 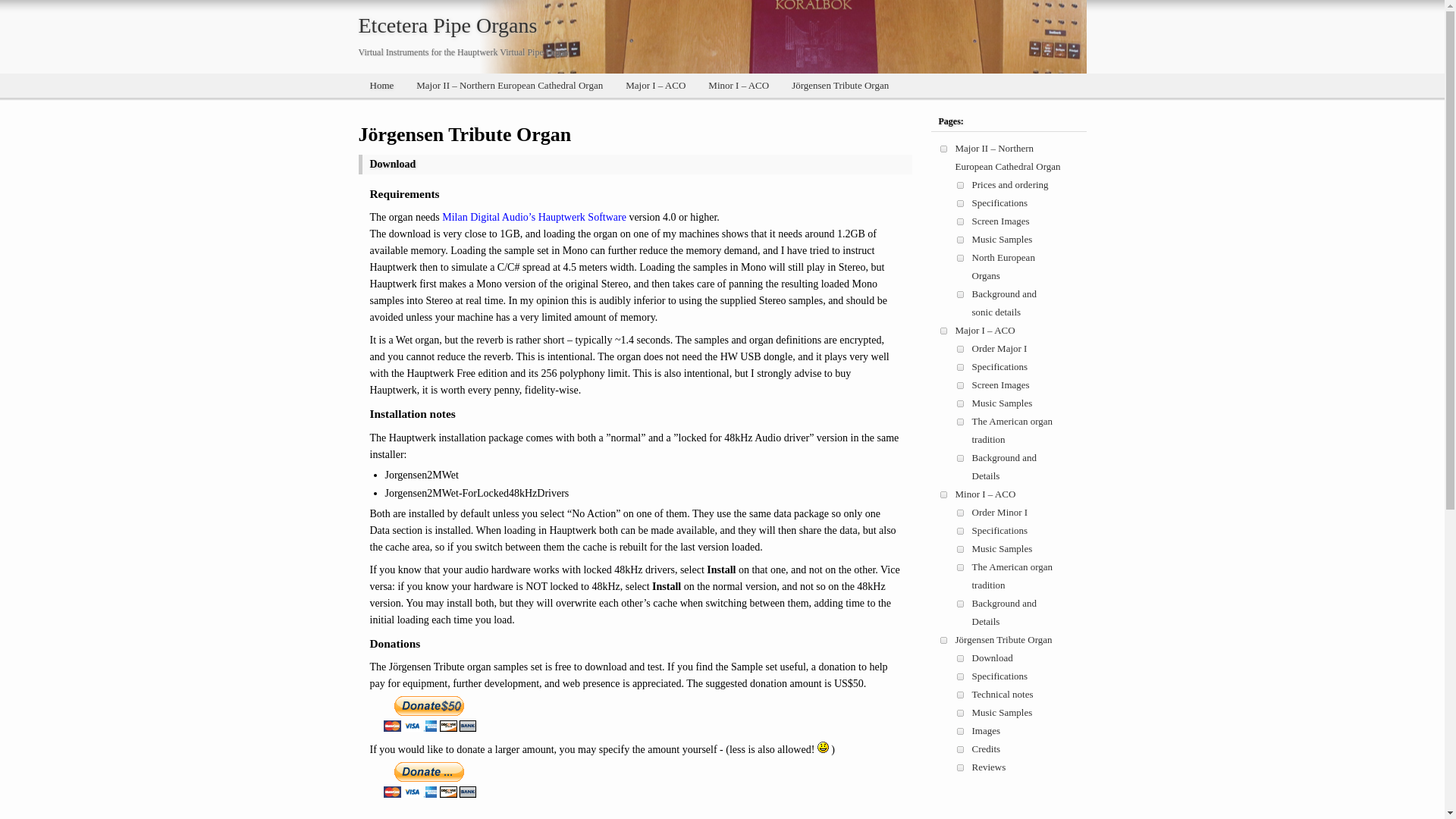 I want to click on 'Credits', so click(x=986, y=748).